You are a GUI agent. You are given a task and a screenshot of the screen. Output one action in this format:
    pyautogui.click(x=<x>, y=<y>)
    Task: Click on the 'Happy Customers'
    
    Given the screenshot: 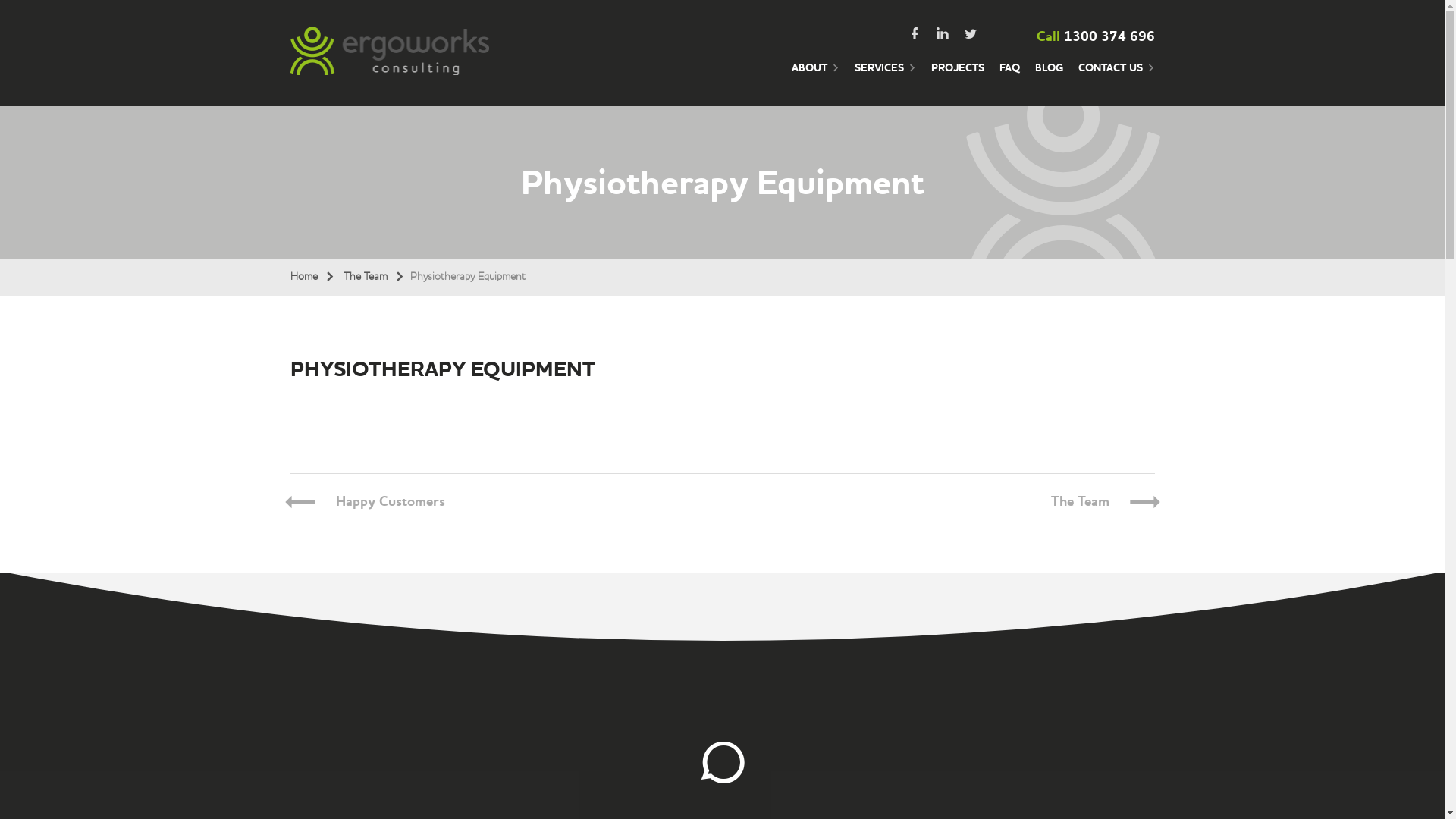 What is the action you would take?
    pyautogui.click(x=389, y=501)
    